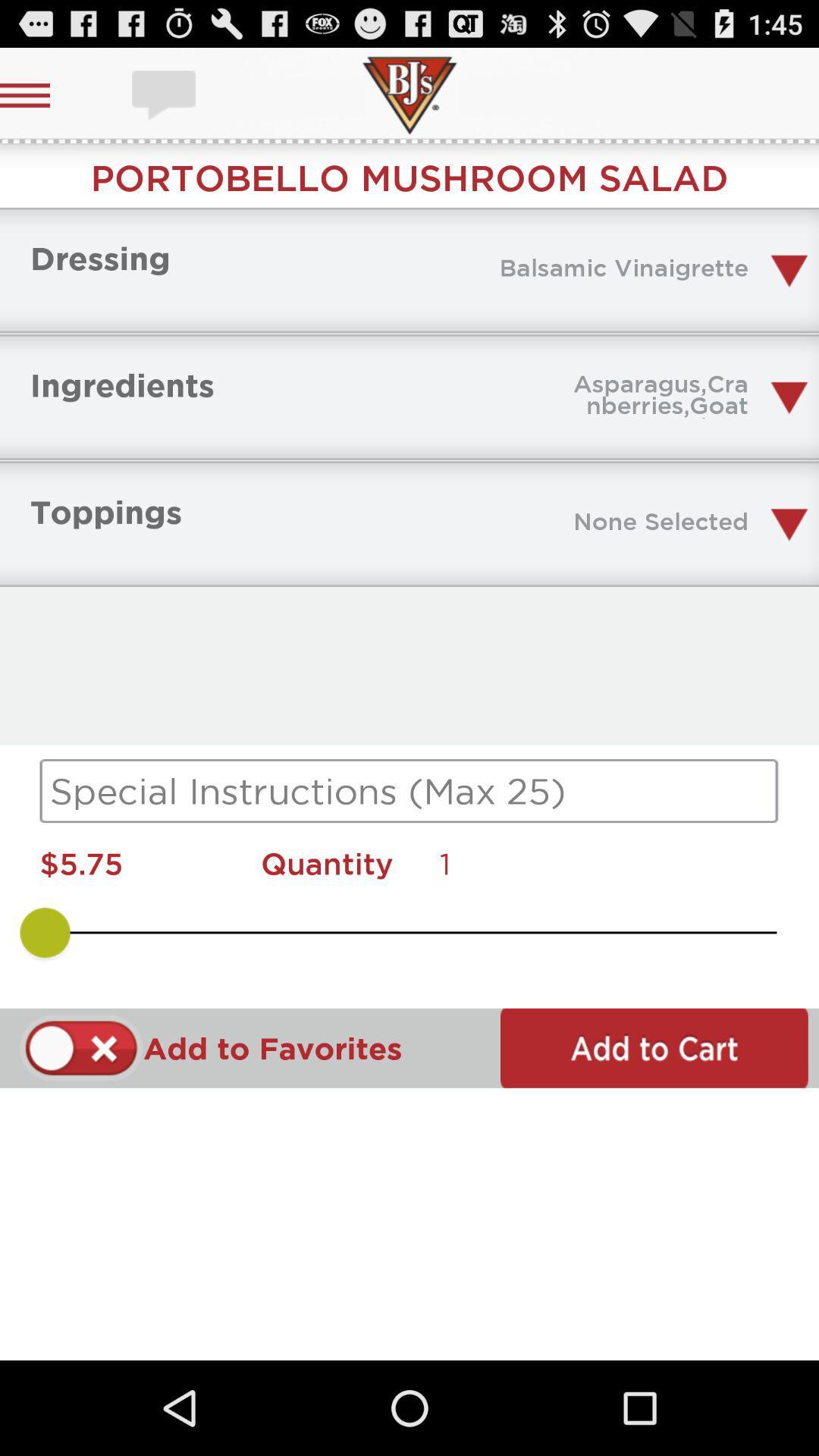 This screenshot has width=819, height=1456. Describe the element at coordinates (81, 1047) in the screenshot. I see `favorite status` at that location.